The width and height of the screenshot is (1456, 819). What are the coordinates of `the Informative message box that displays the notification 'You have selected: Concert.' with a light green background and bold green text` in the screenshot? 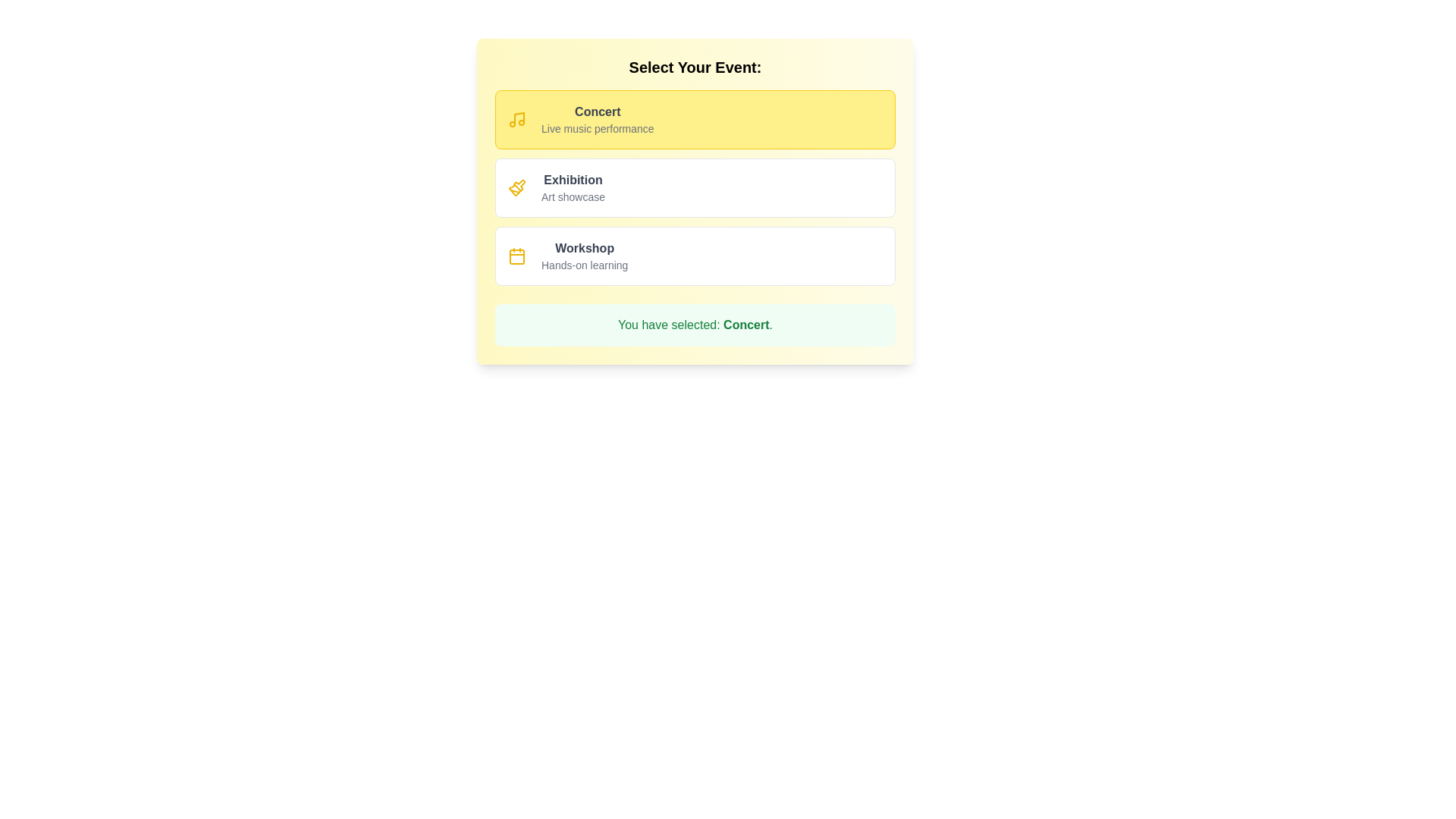 It's located at (694, 324).